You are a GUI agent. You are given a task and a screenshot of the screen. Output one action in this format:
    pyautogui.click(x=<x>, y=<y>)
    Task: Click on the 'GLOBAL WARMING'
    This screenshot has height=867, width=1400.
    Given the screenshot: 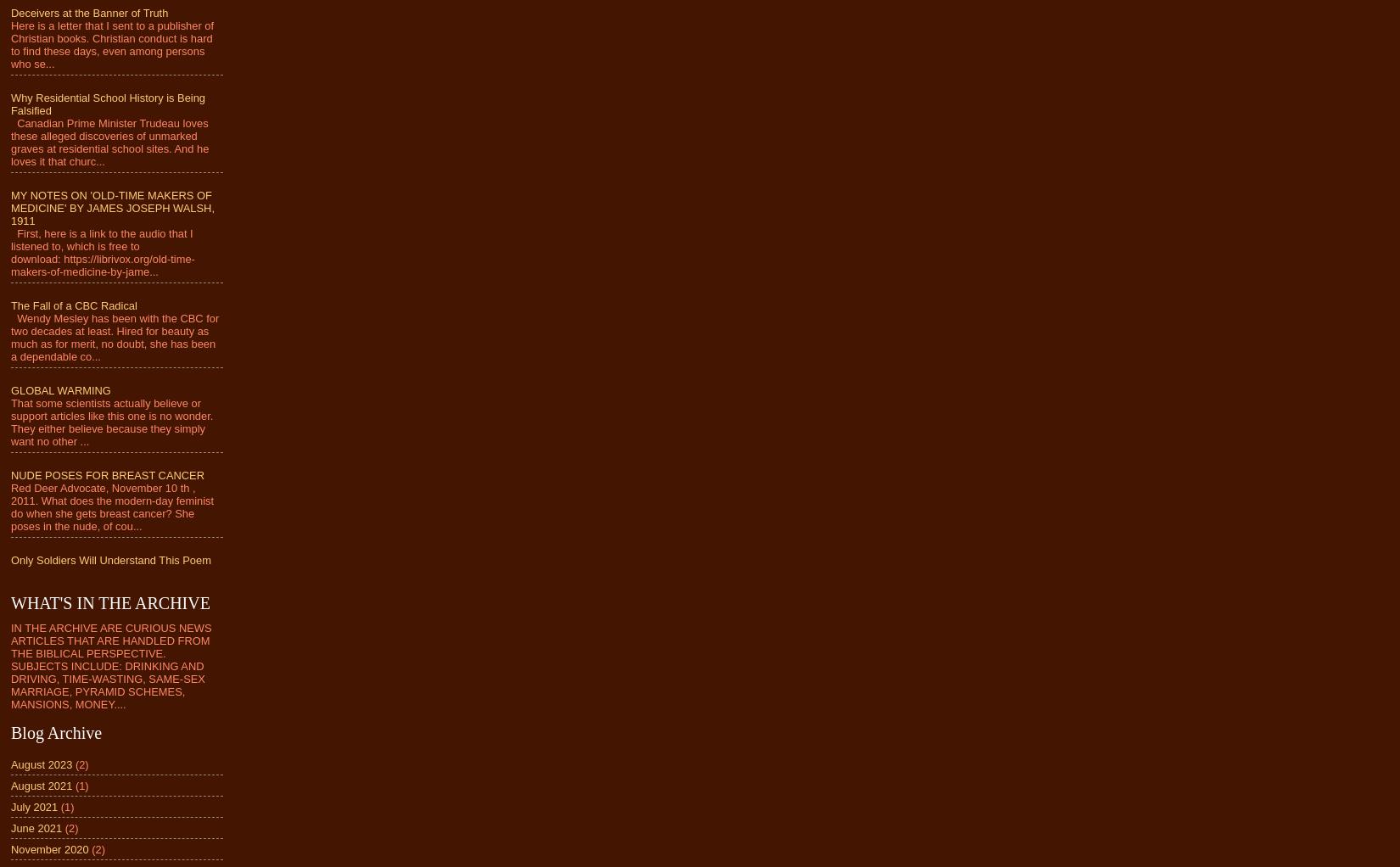 What is the action you would take?
    pyautogui.click(x=60, y=389)
    